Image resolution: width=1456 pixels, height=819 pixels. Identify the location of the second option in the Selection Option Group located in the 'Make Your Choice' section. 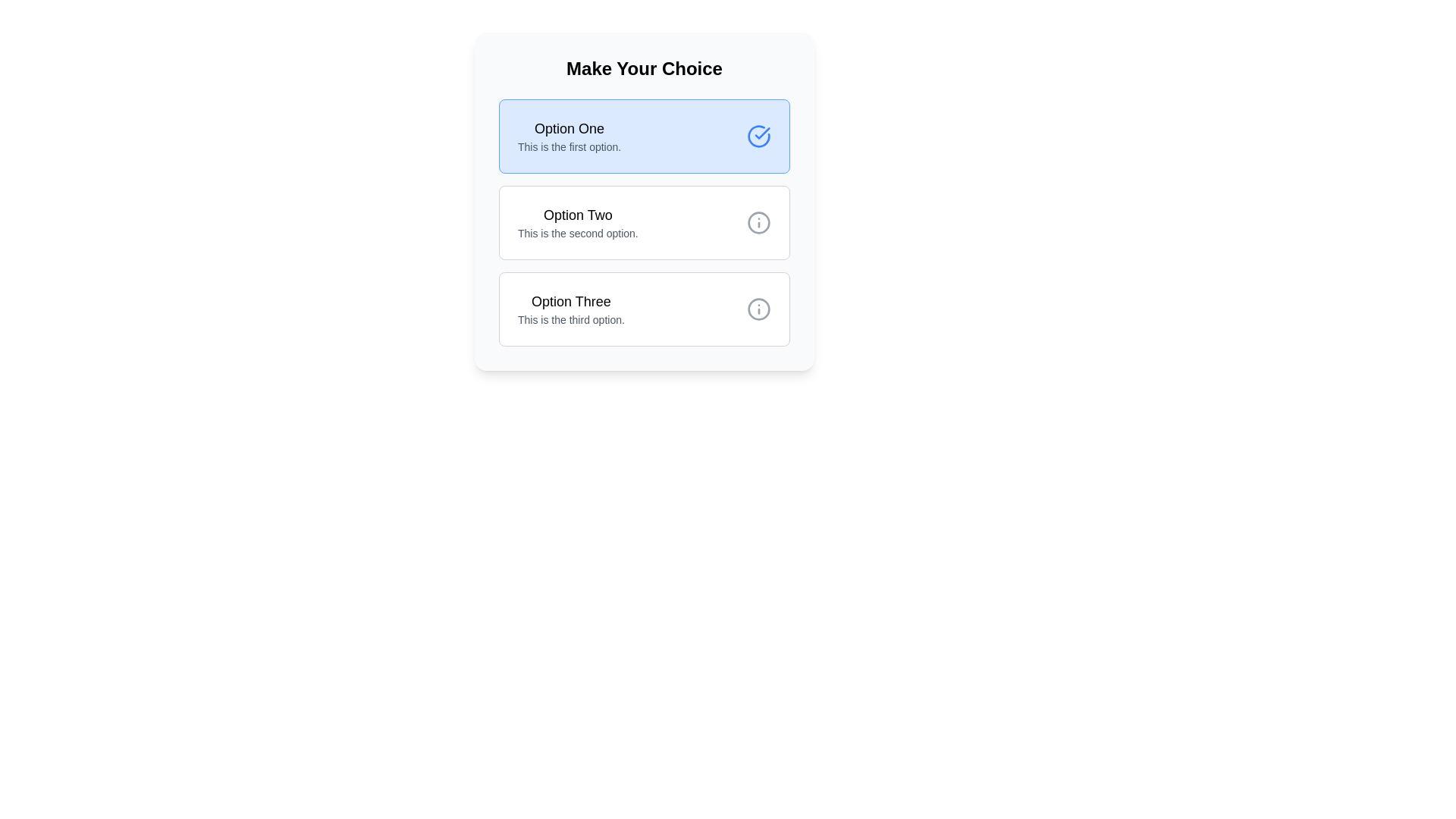
(644, 222).